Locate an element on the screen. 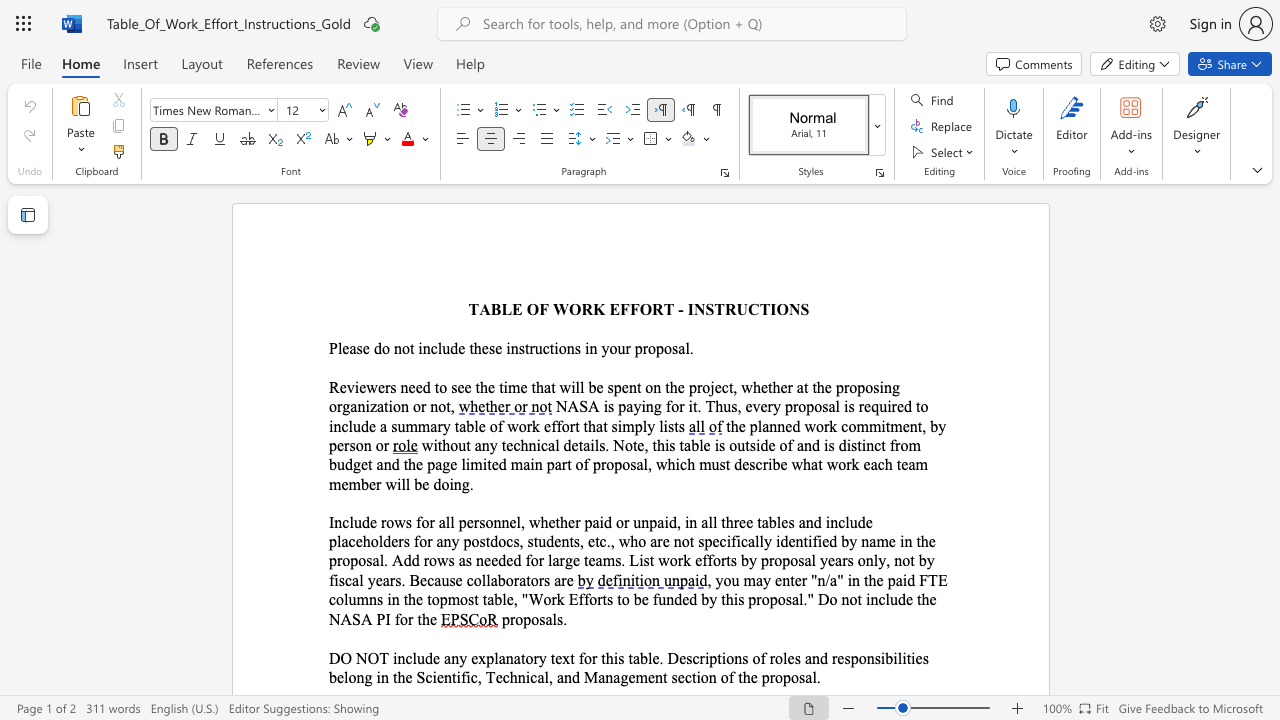 This screenshot has width=1280, height=720. the subset text "de placeholders for any postdocs, students, etc., who are not specif" within the text "Include rows for all personnel, whether paid or unpaid, in all three tables and include placeholders for any postdocs, students, etc., who are not specifically" is located at coordinates (857, 521).